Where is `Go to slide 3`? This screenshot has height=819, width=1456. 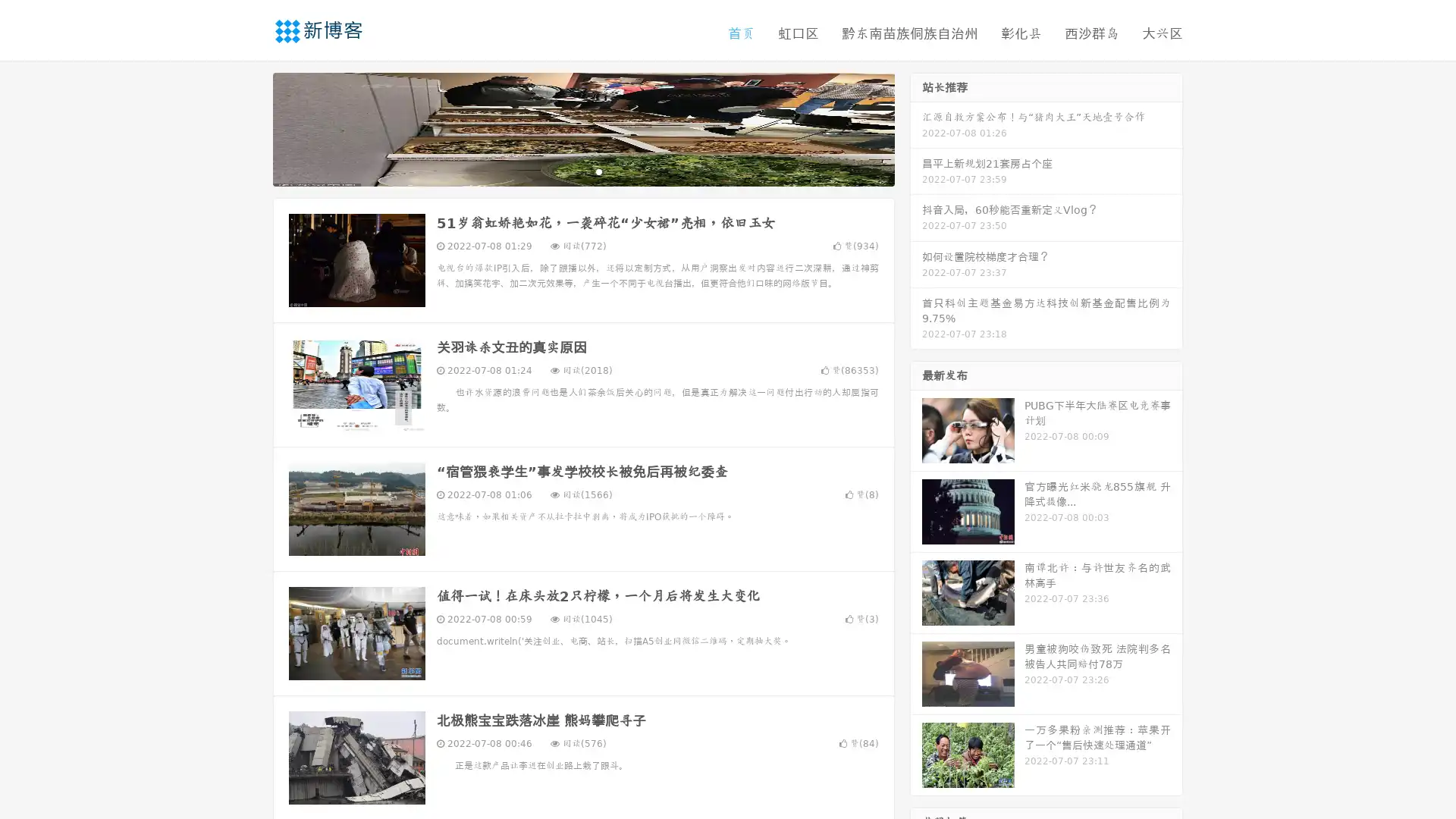
Go to slide 3 is located at coordinates (598, 171).